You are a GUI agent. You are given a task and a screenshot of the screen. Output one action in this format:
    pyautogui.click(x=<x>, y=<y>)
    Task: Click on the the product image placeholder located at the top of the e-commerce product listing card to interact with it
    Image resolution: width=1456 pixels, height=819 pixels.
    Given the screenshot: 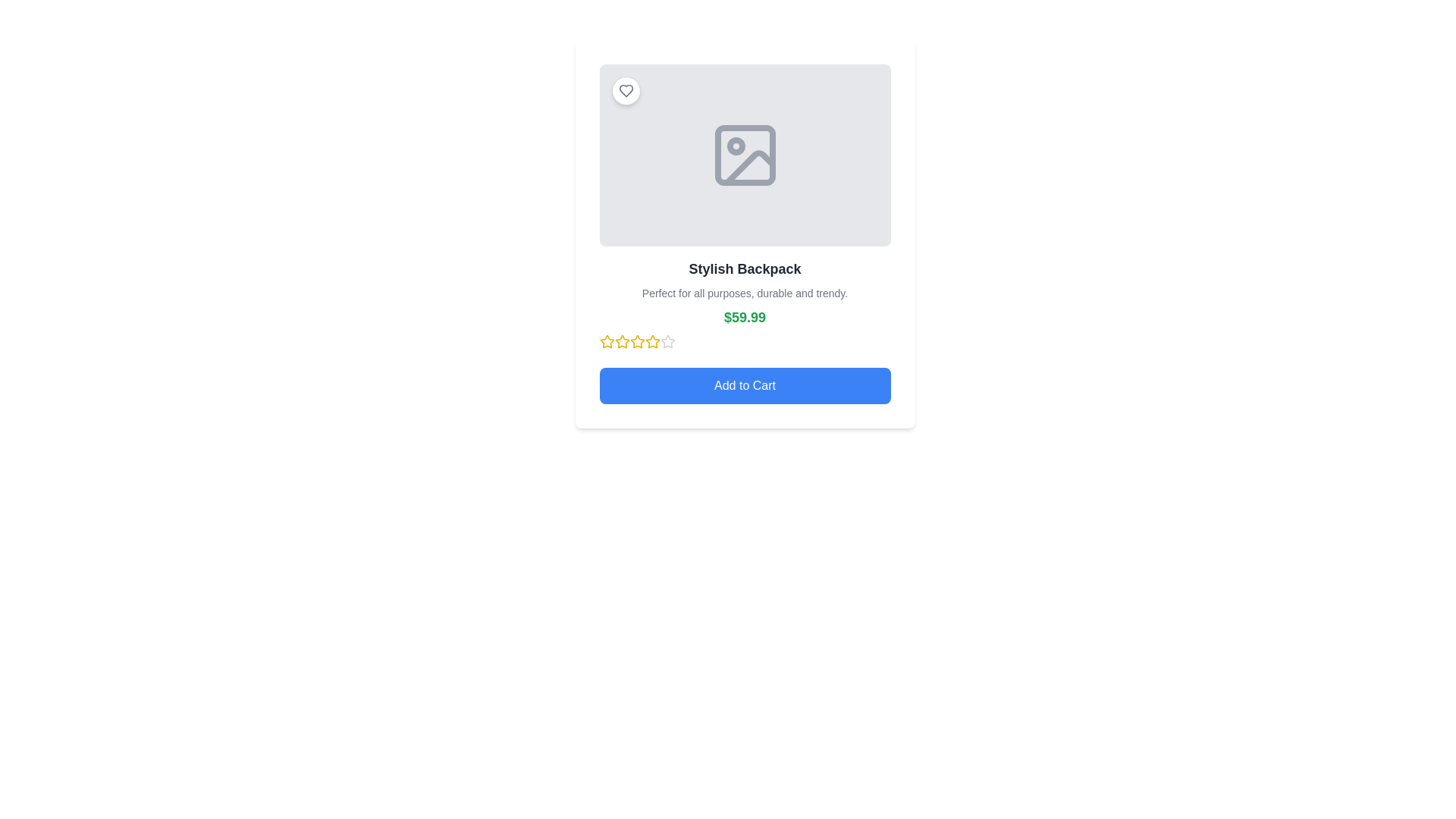 What is the action you would take?
    pyautogui.click(x=745, y=155)
    